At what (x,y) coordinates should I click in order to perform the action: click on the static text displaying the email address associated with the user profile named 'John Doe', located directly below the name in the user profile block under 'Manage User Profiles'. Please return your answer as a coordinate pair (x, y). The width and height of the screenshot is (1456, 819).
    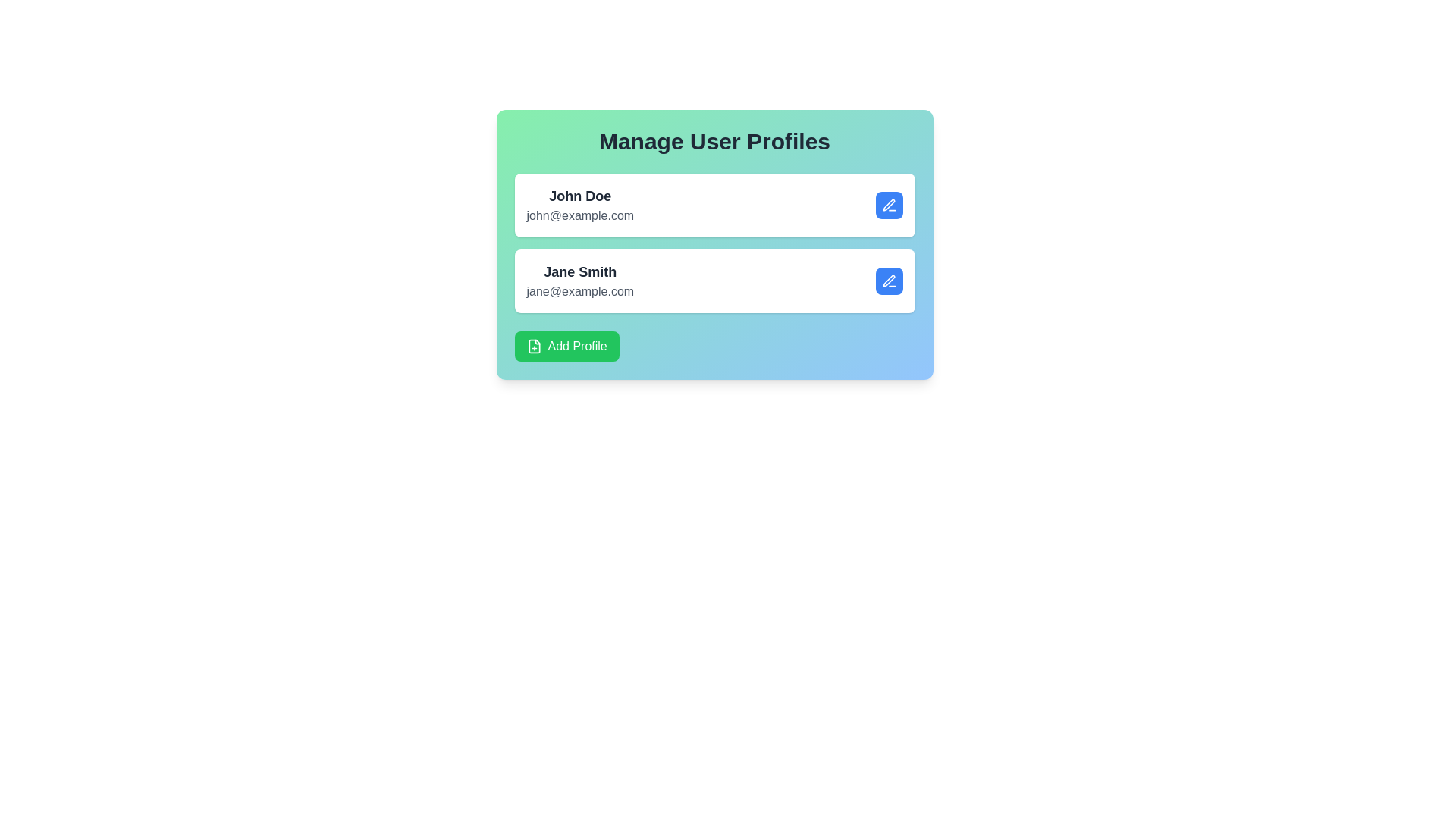
    Looking at the image, I should click on (579, 216).